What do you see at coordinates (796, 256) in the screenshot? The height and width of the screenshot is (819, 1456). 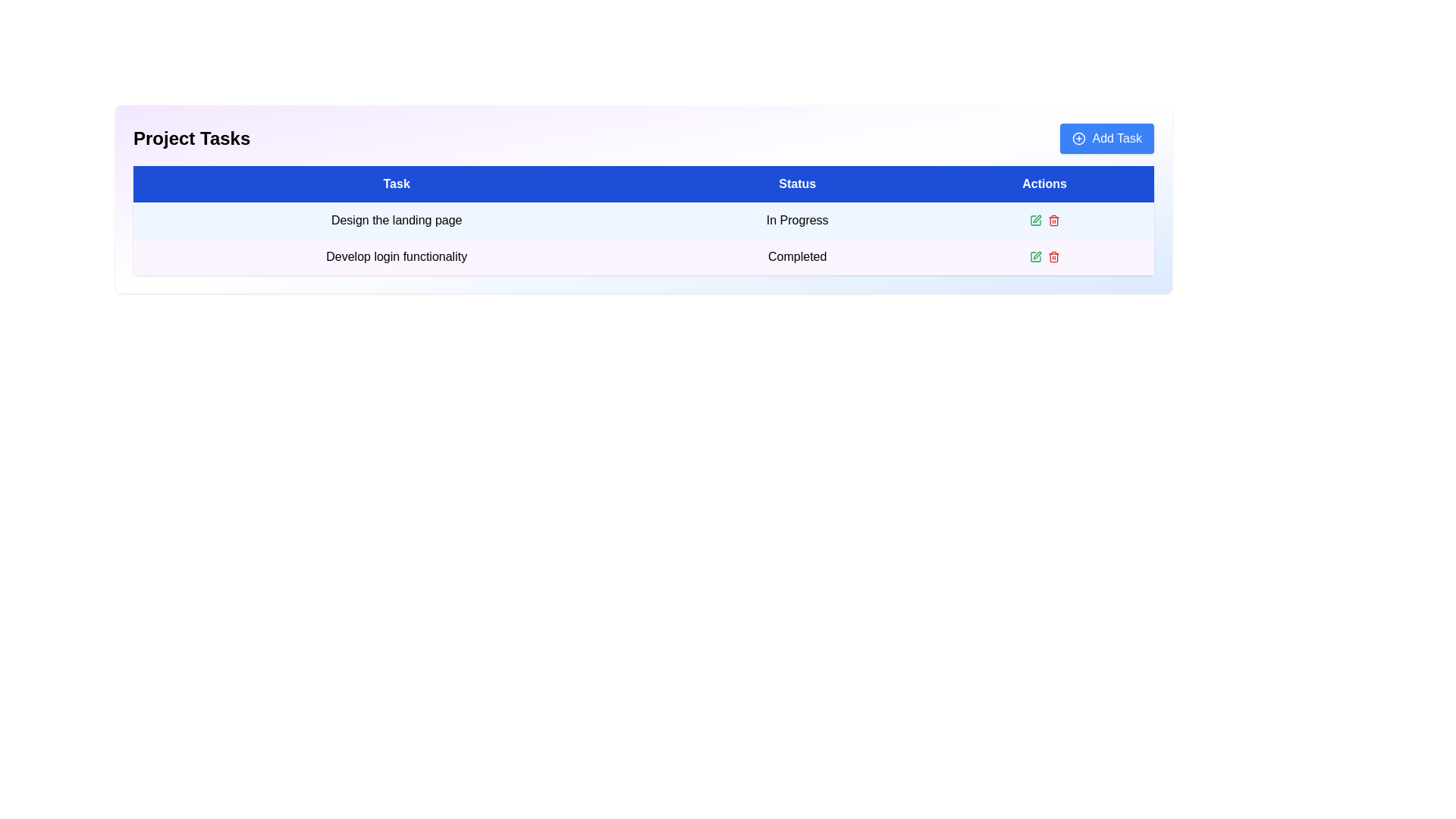 I see `the Text label indicating the status of the task located in the second row of the table under the 'Status' column, to the right of 'Develop login functionality' and left of 'Edit' and 'Delete' icons` at bounding box center [796, 256].